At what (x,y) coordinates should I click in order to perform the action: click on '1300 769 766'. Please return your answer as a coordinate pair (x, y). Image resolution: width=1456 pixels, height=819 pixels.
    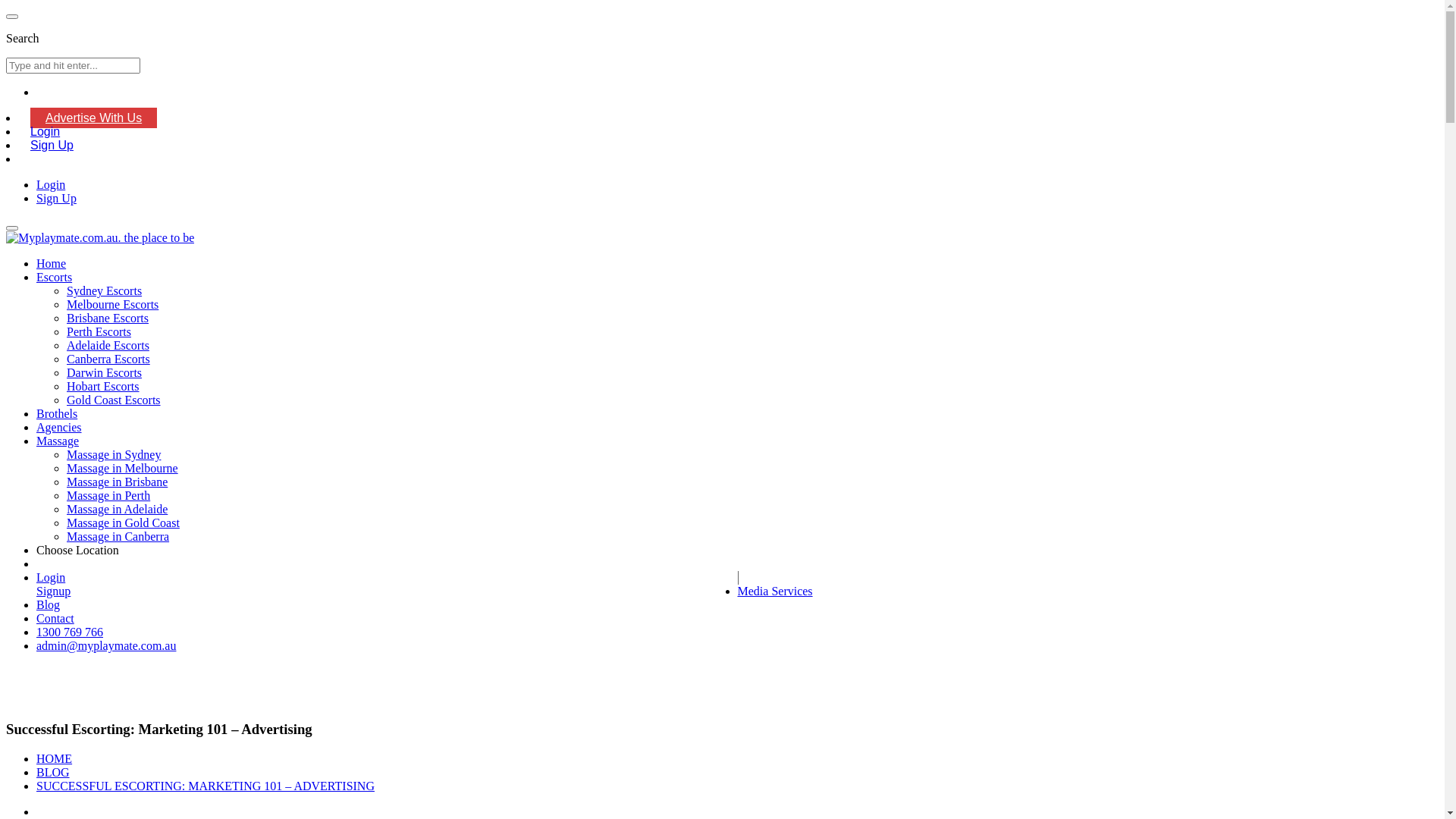
    Looking at the image, I should click on (36, 632).